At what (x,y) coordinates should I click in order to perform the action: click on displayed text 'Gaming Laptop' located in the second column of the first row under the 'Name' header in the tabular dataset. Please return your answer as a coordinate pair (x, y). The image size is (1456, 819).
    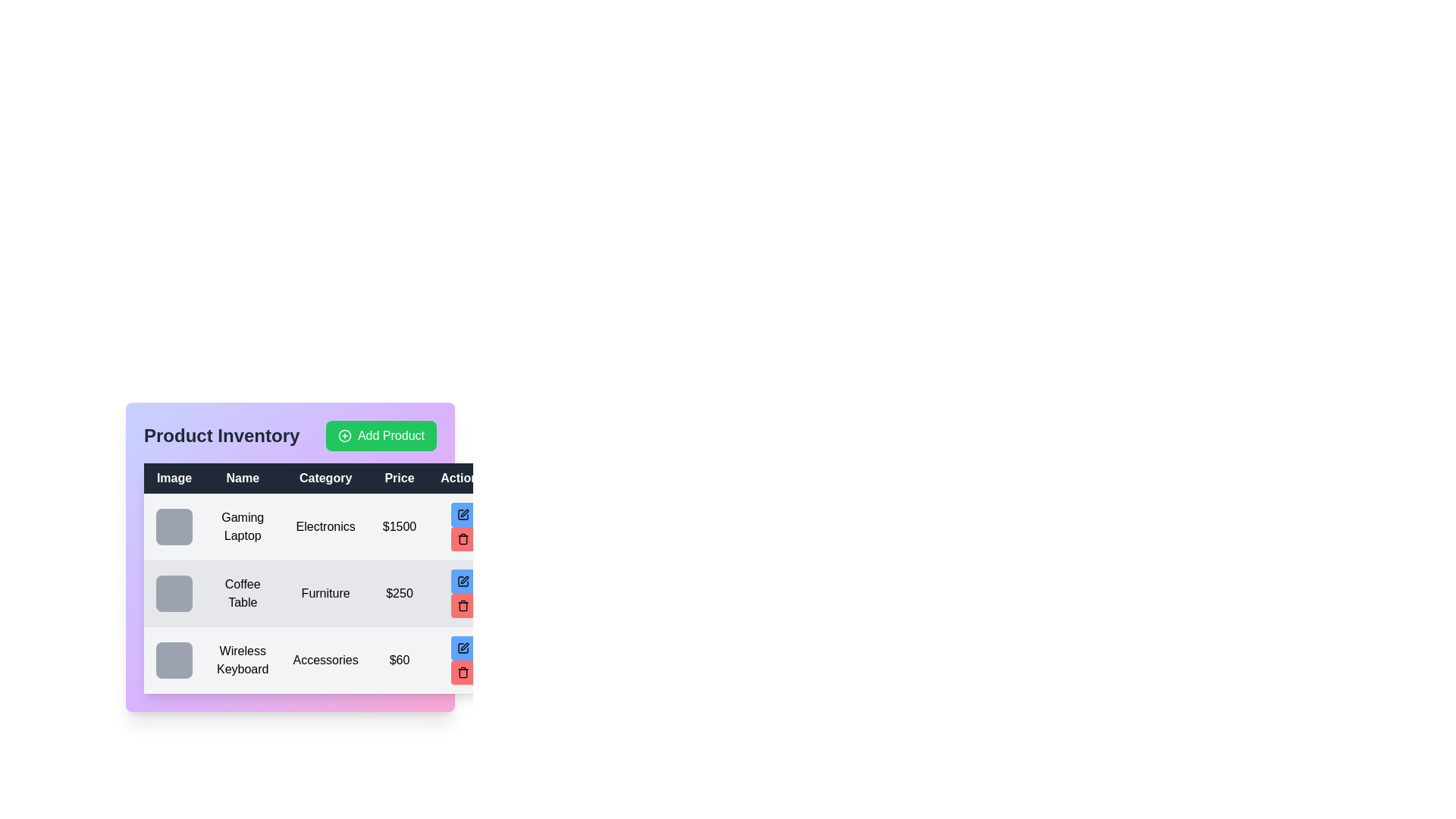
    Looking at the image, I should click on (243, 526).